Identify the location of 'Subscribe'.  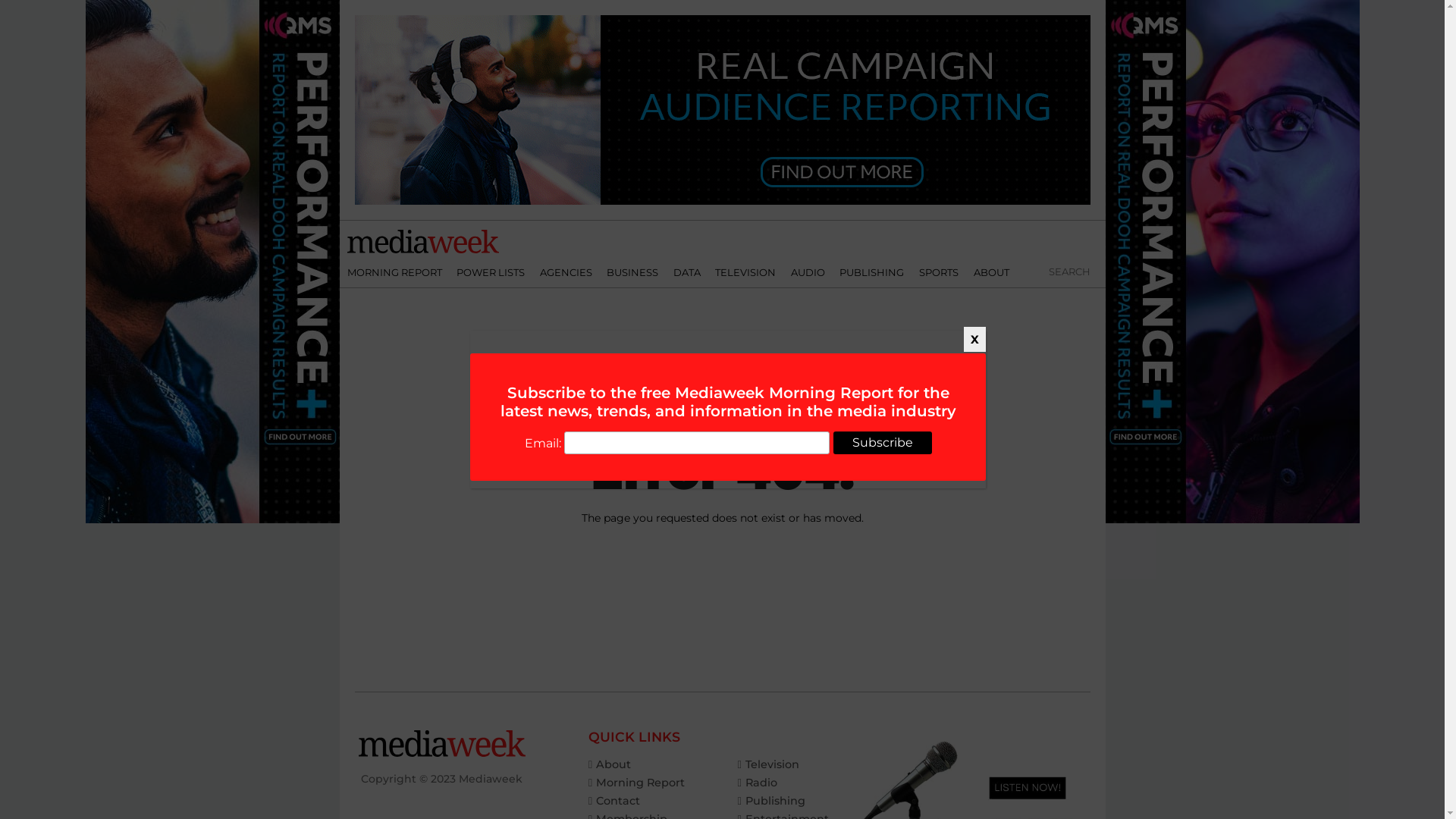
(881, 442).